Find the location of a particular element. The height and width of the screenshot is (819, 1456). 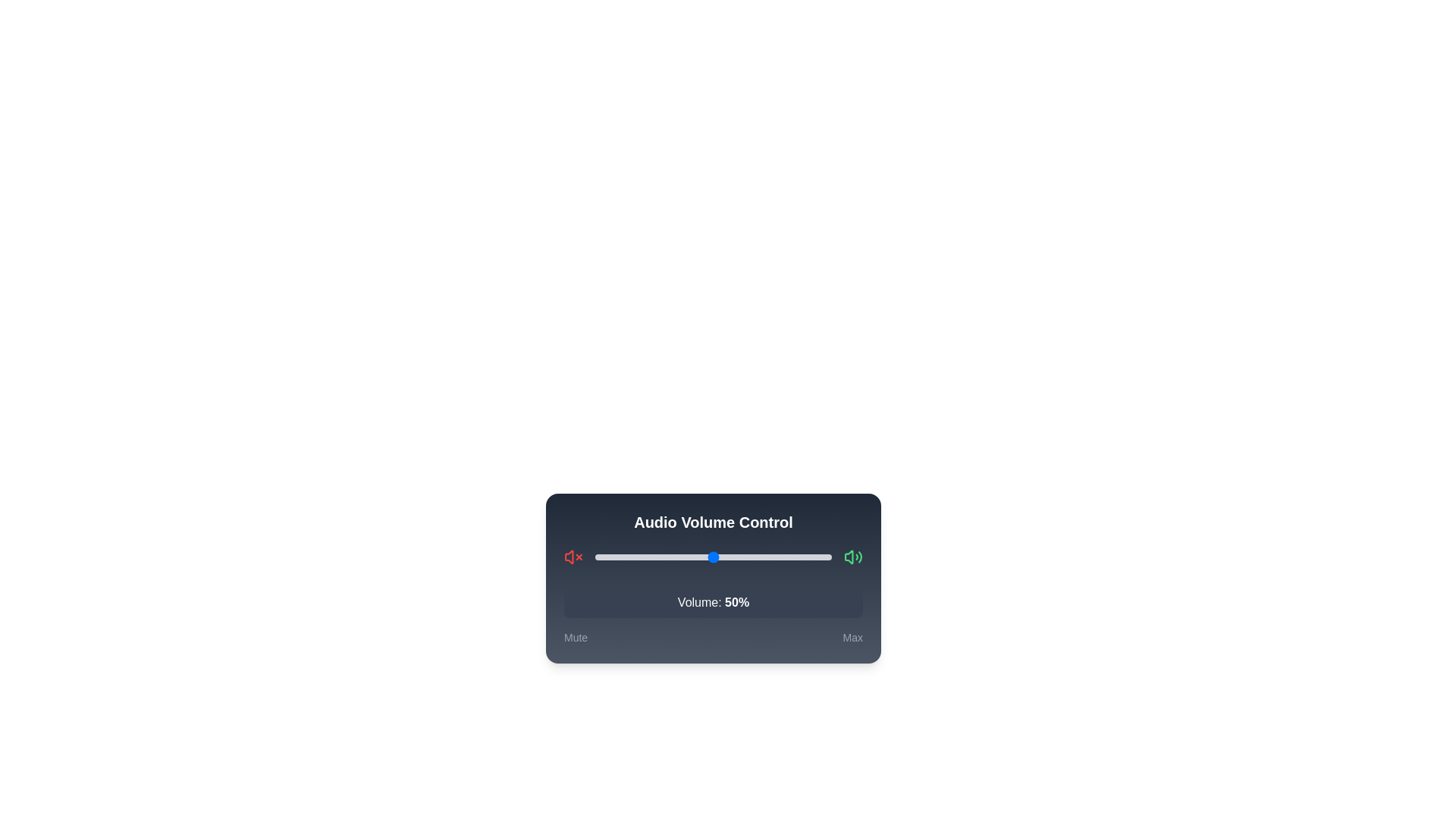

the slider to set the volume to 4% is located at coordinates (604, 557).